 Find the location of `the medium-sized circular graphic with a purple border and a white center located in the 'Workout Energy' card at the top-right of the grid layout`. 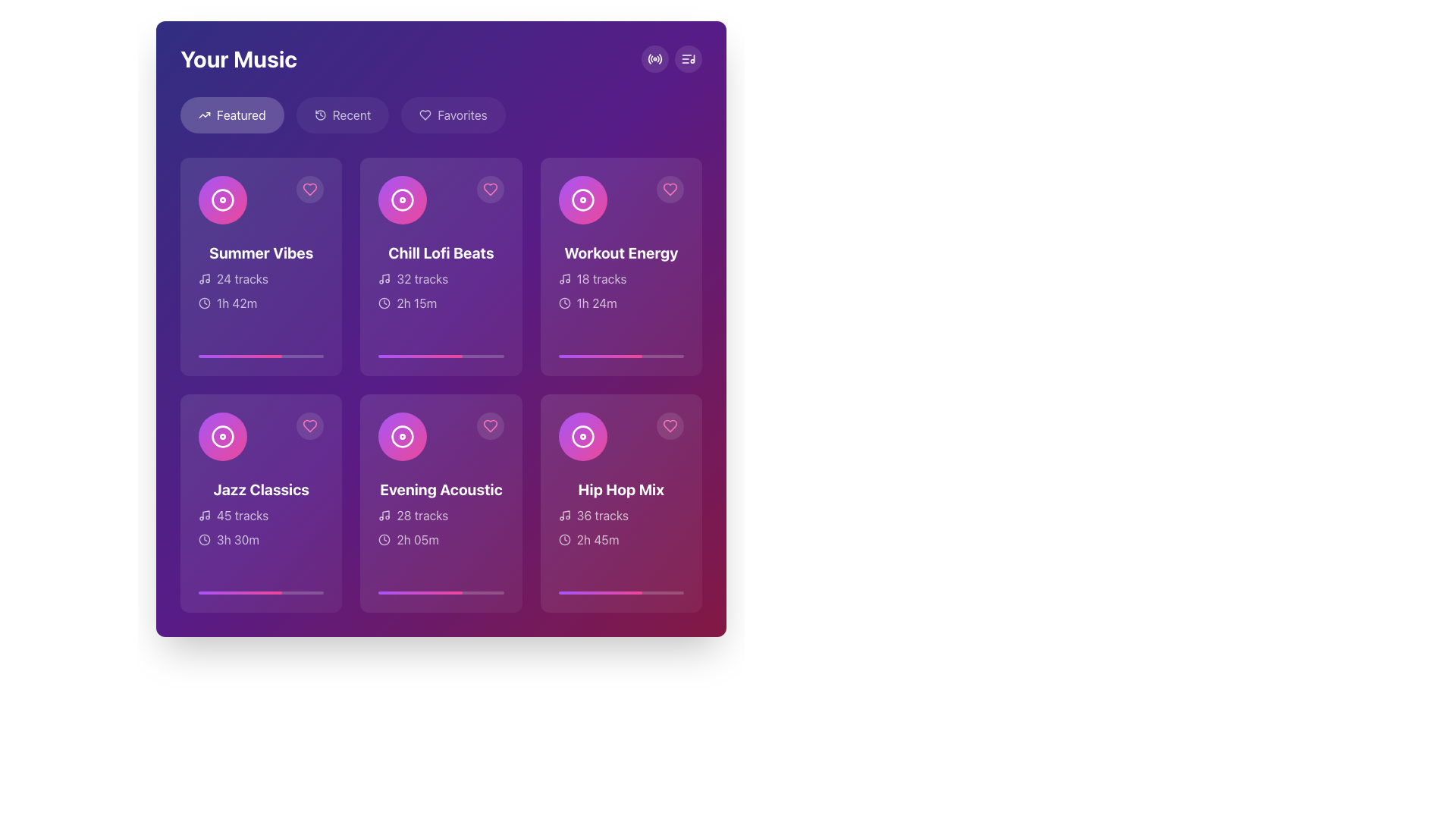

the medium-sized circular graphic with a purple border and a white center located in the 'Workout Energy' card at the top-right of the grid layout is located at coordinates (582, 199).